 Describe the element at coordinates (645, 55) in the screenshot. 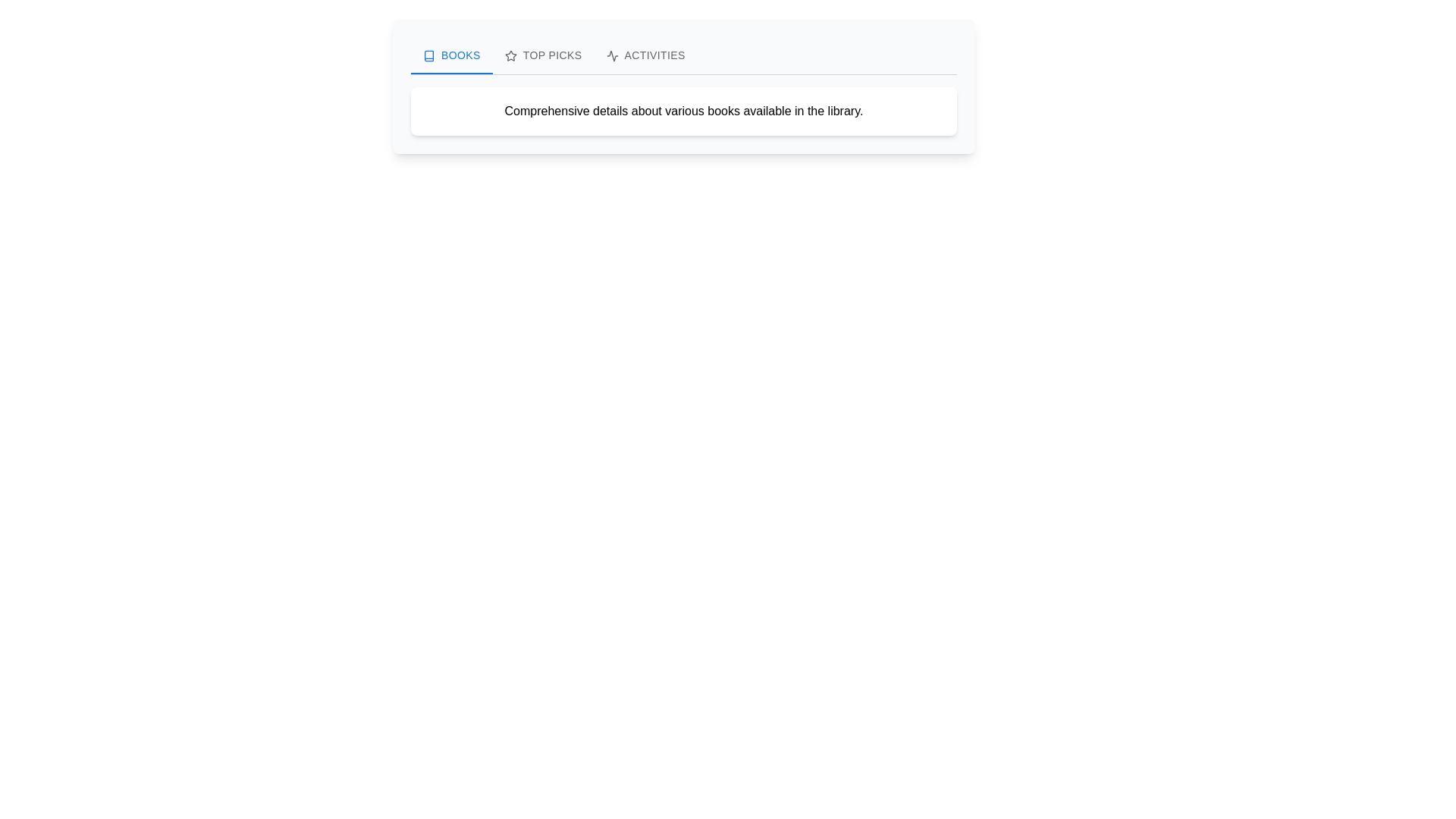

I see `the 'Activities' button located in the top navigation bar, which is the third tab from the left after the 'Books' and 'Top Picks' tabs to trigger hover effects` at that location.